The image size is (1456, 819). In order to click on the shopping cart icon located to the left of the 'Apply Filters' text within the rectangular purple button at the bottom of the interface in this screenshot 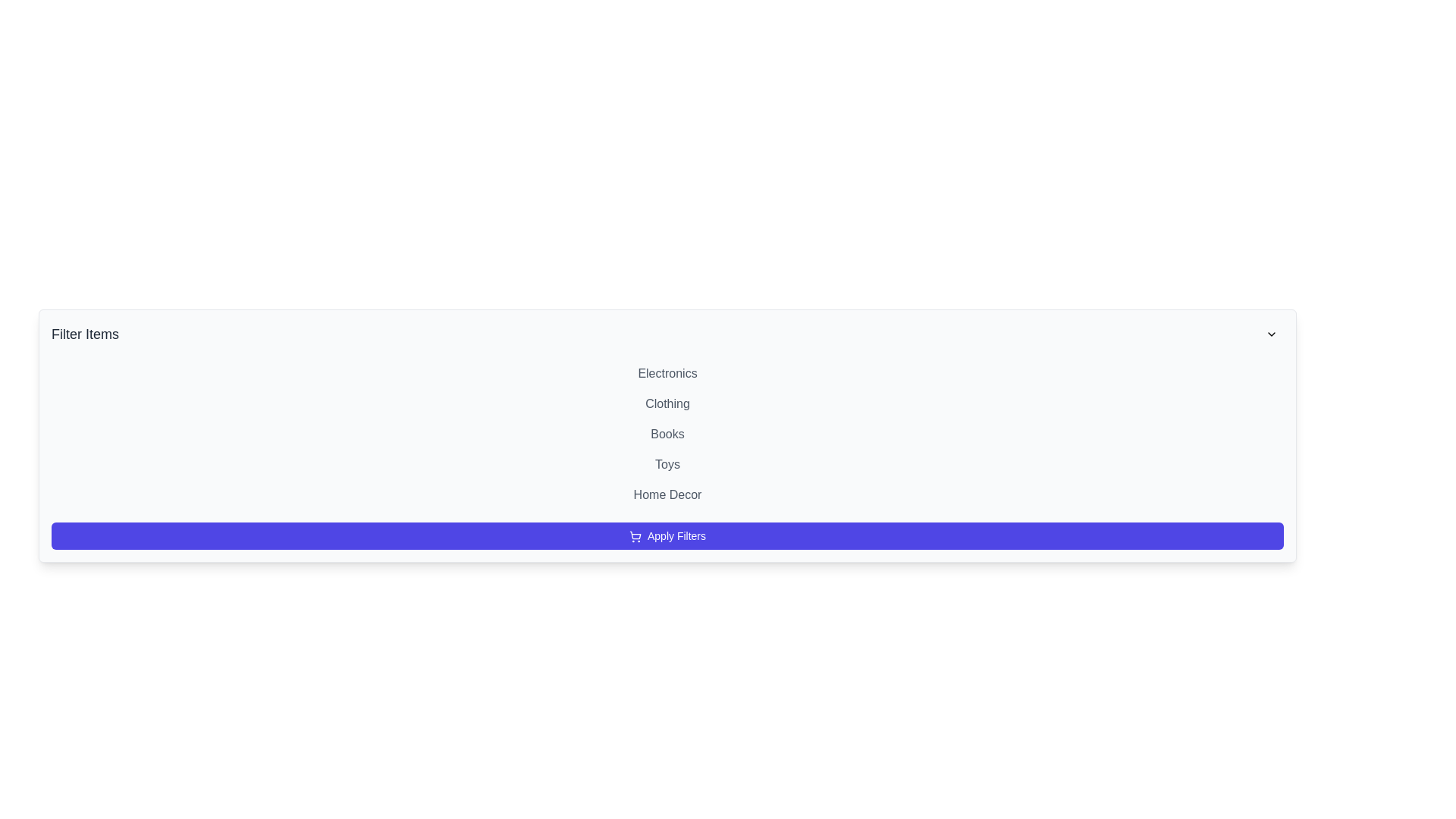, I will do `click(635, 536)`.